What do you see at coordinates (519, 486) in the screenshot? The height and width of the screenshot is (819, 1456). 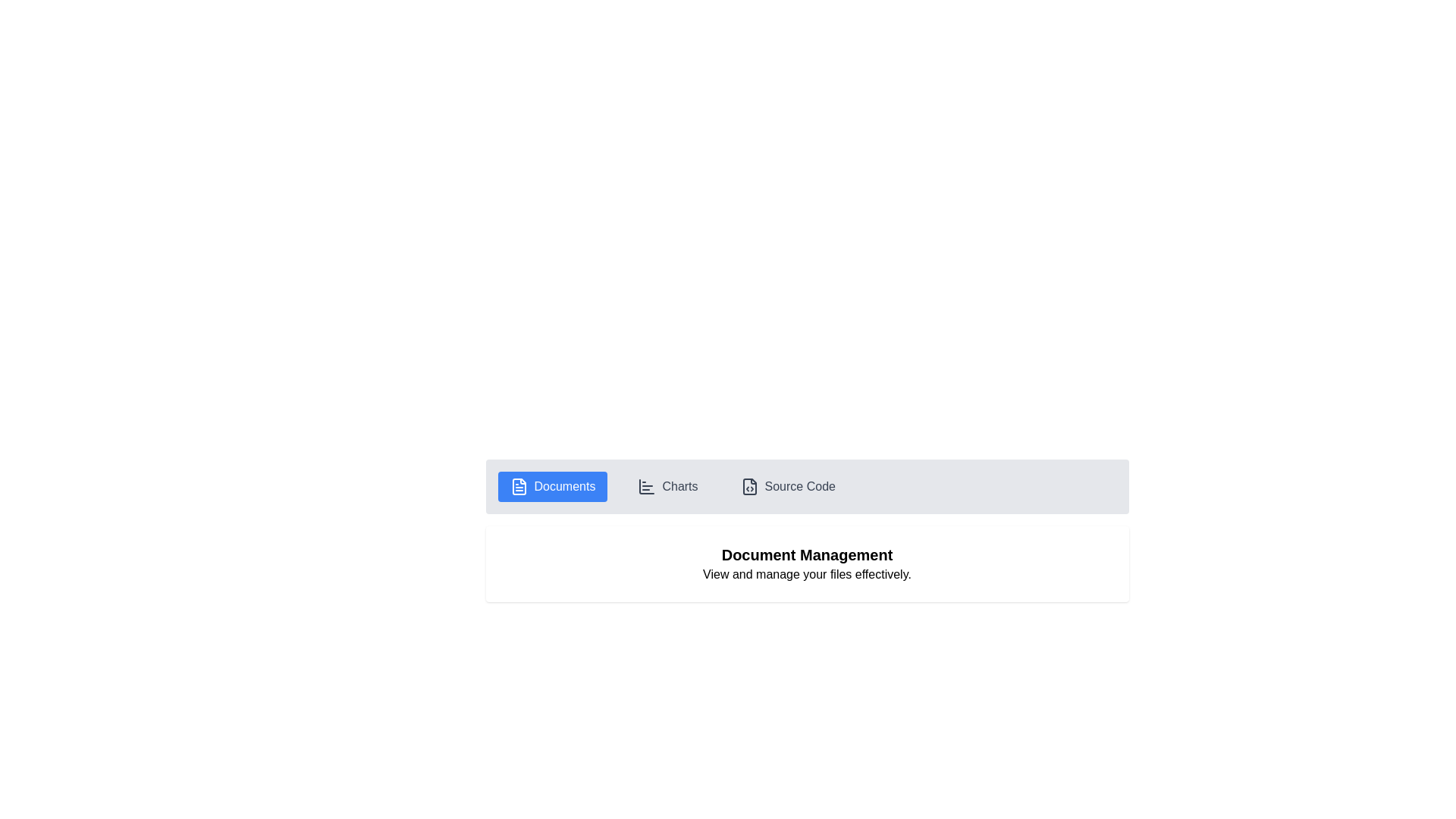 I see `the document-shaped icon button with a blue background` at bounding box center [519, 486].